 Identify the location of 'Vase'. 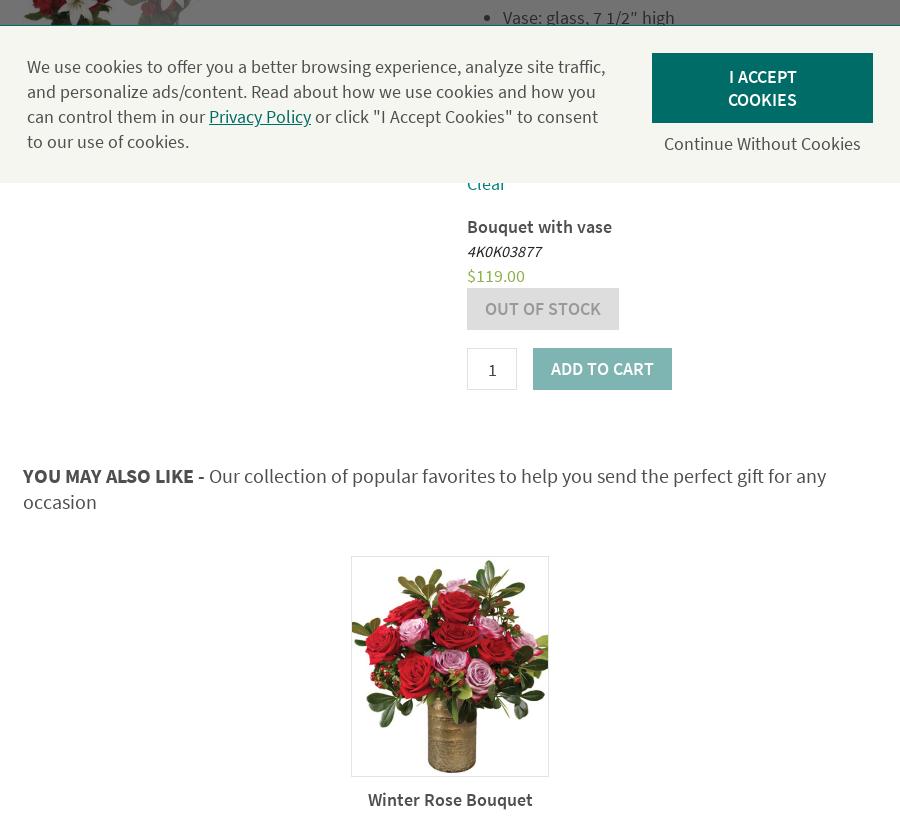
(483, 112).